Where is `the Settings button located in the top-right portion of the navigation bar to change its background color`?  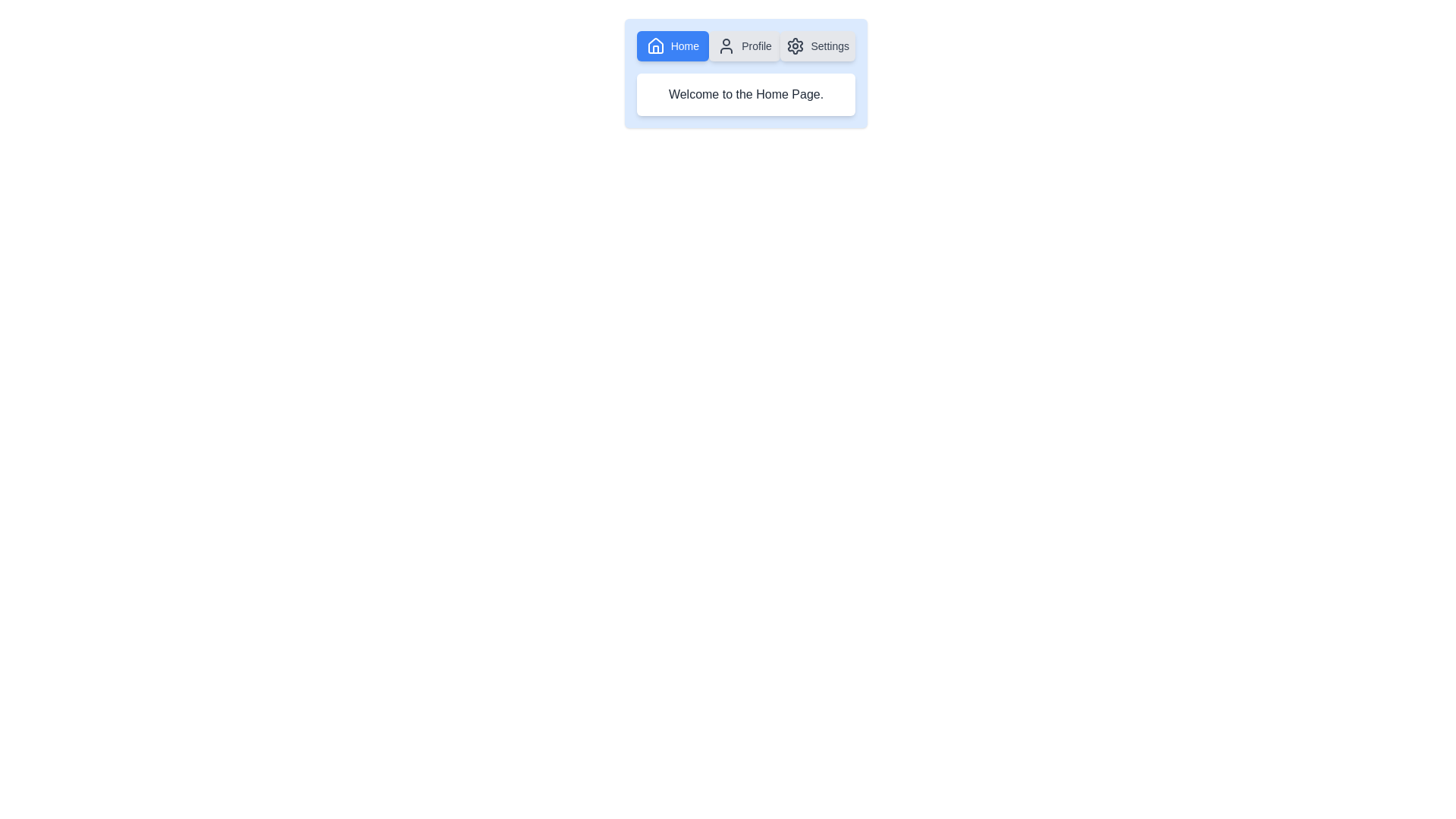
the Settings button located in the top-right portion of the navigation bar to change its background color is located at coordinates (817, 45).